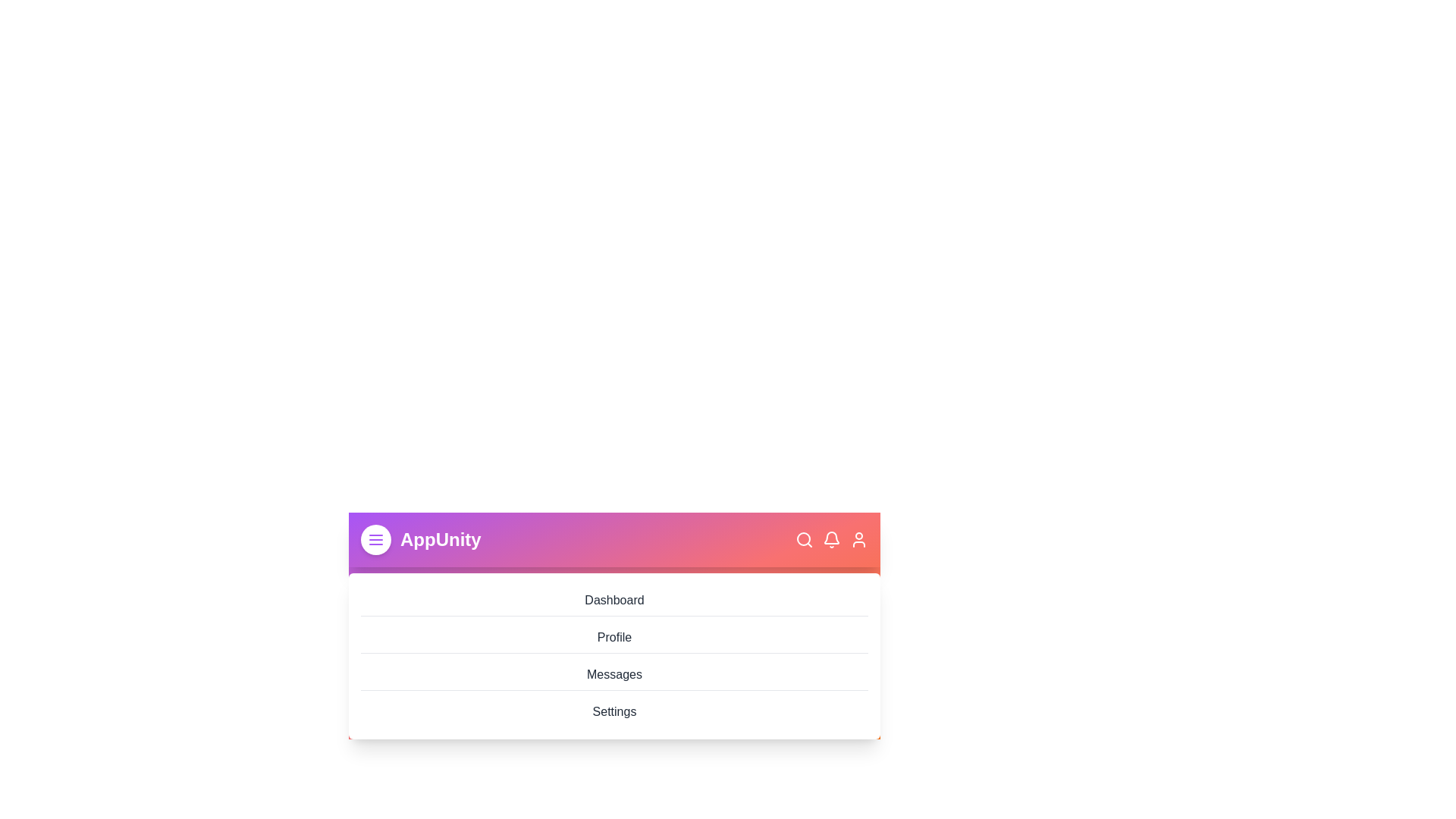 The image size is (1456, 819). What do you see at coordinates (803, 539) in the screenshot?
I see `the specified icon: search` at bounding box center [803, 539].